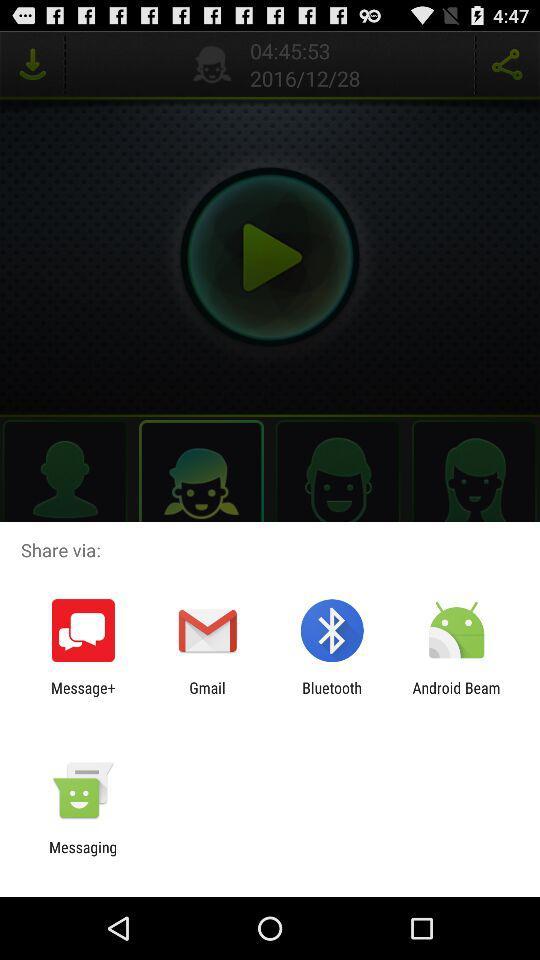 The height and width of the screenshot is (960, 540). Describe the element at coordinates (82, 696) in the screenshot. I see `the icon next to gmail app` at that location.